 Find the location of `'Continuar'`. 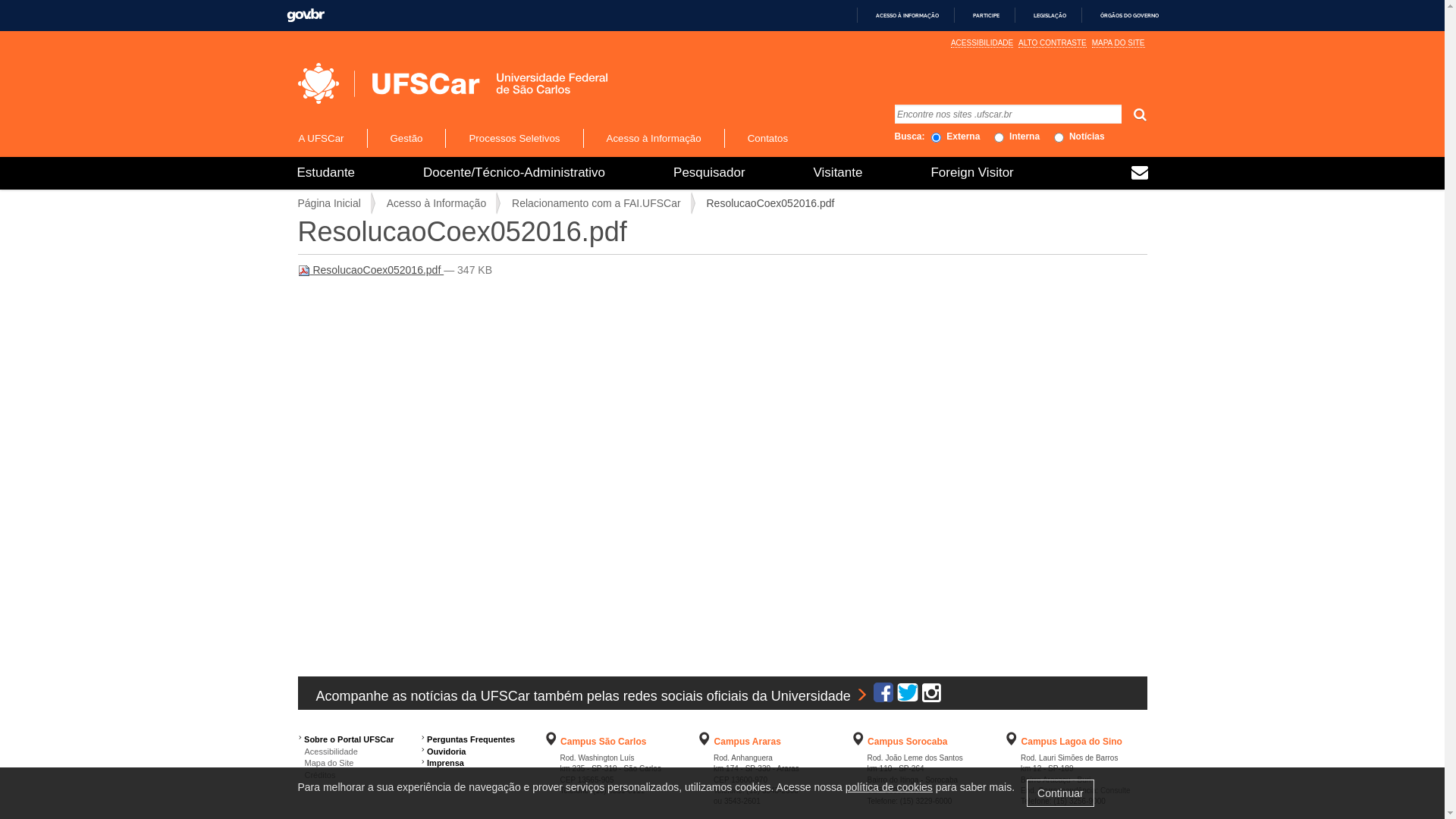

'Continuar' is located at coordinates (1059, 792).